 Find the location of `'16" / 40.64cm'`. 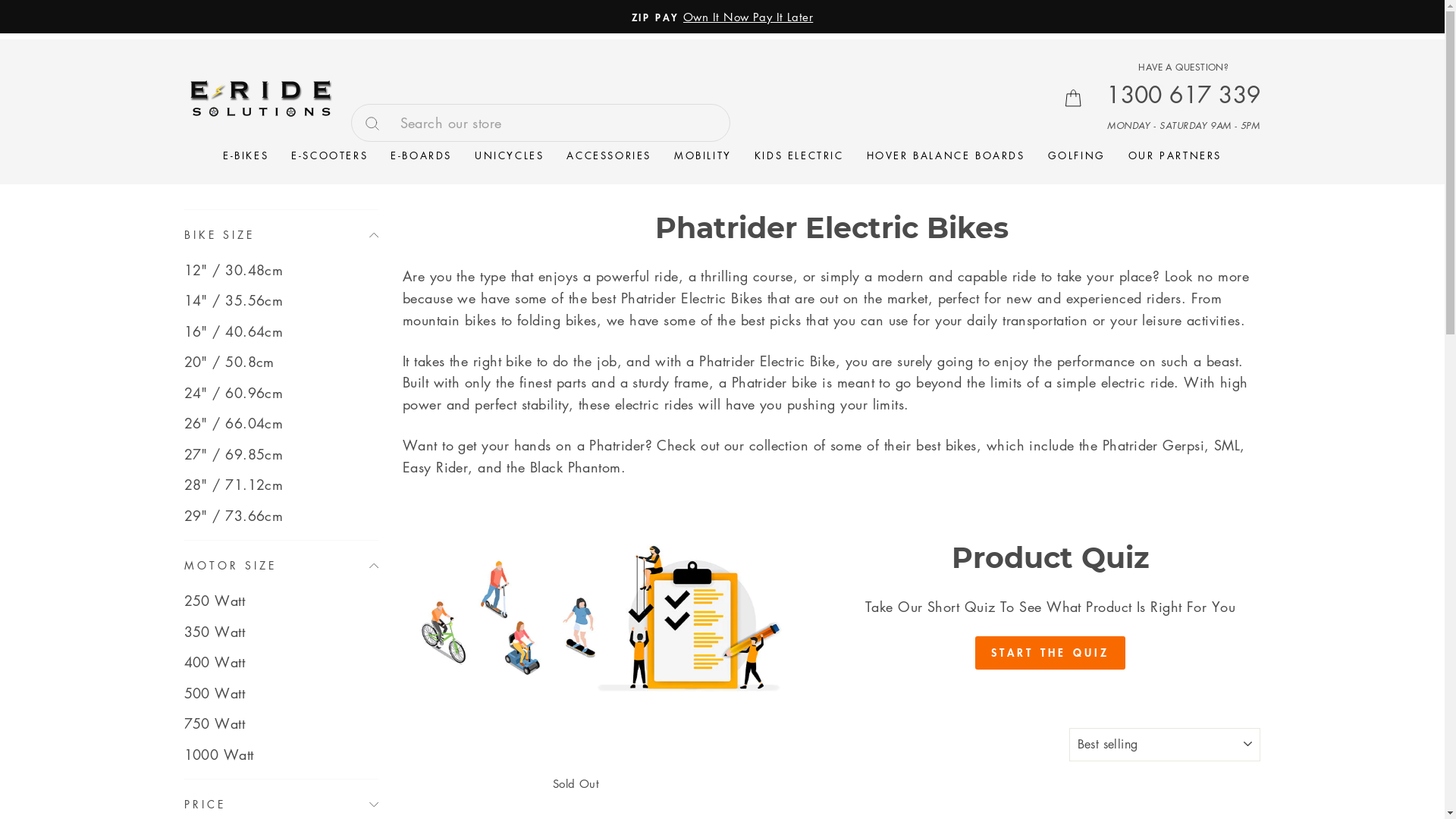

'16" / 40.64cm' is located at coordinates (280, 330).